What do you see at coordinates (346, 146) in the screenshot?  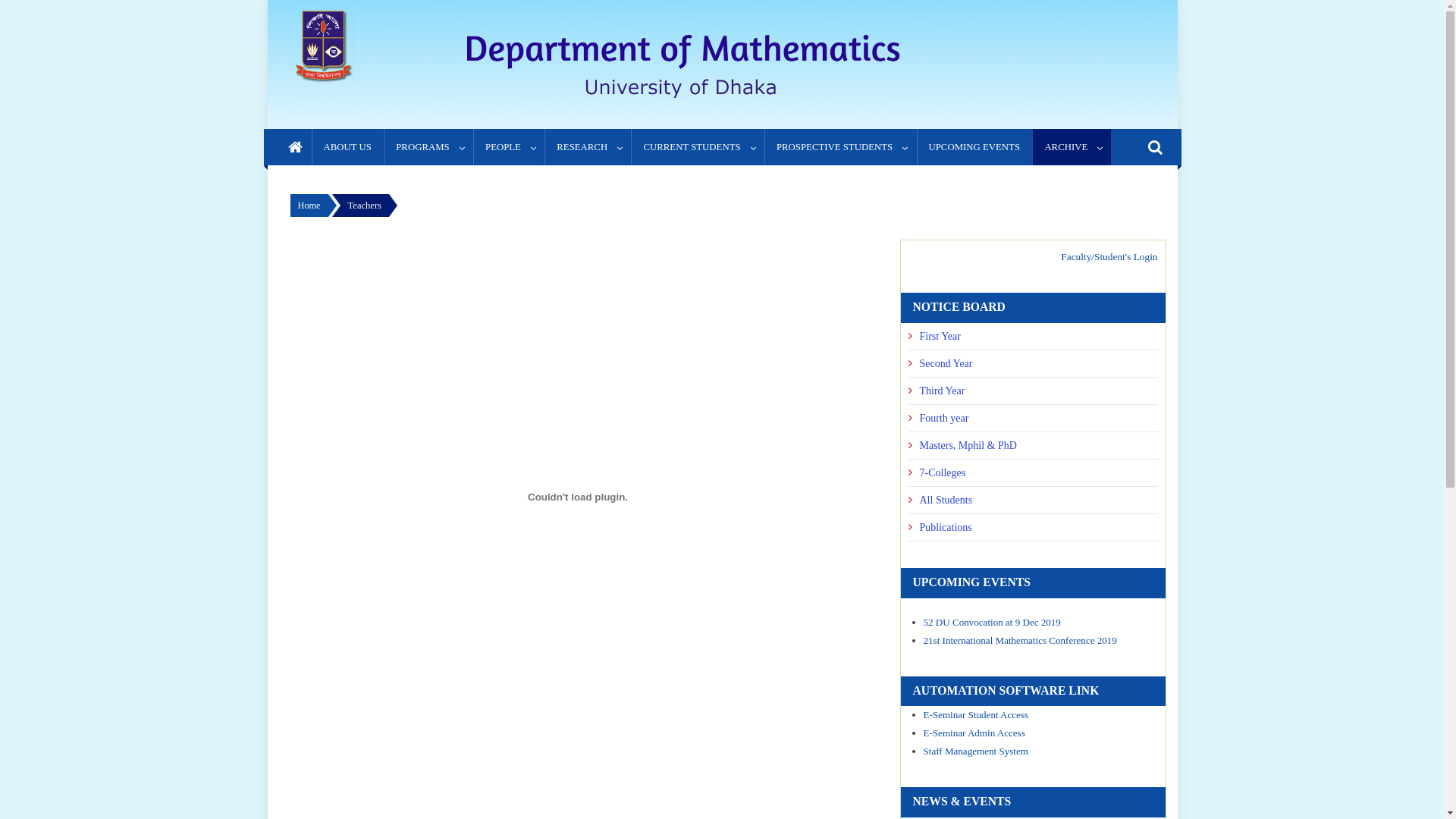 I see `'ABOUT US'` at bounding box center [346, 146].